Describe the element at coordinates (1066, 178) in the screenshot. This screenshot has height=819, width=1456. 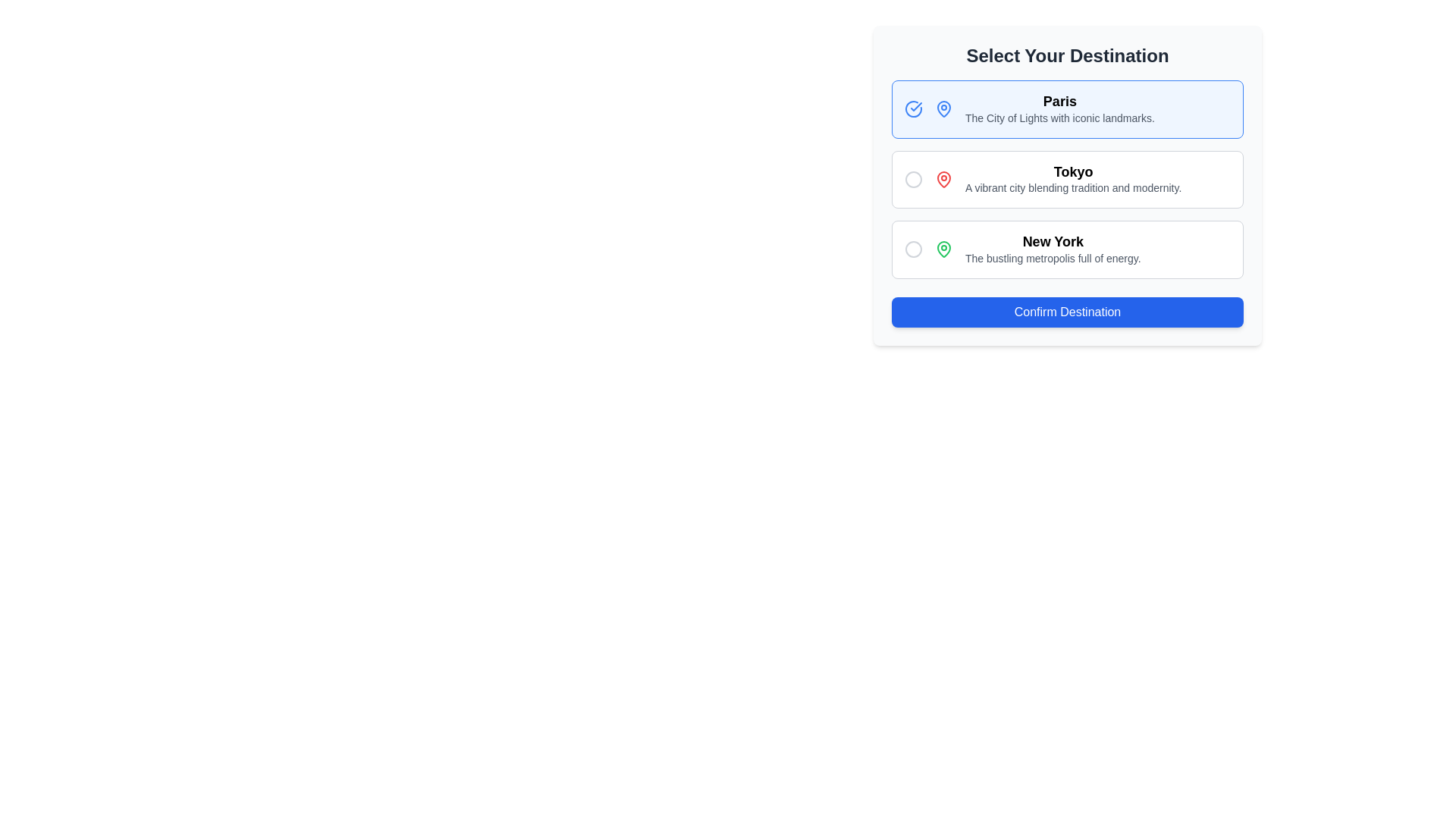
I see `the interactive Option card for selecting the 'Tokyo' destination, which is the second card in a stacked group of three cards` at that location.